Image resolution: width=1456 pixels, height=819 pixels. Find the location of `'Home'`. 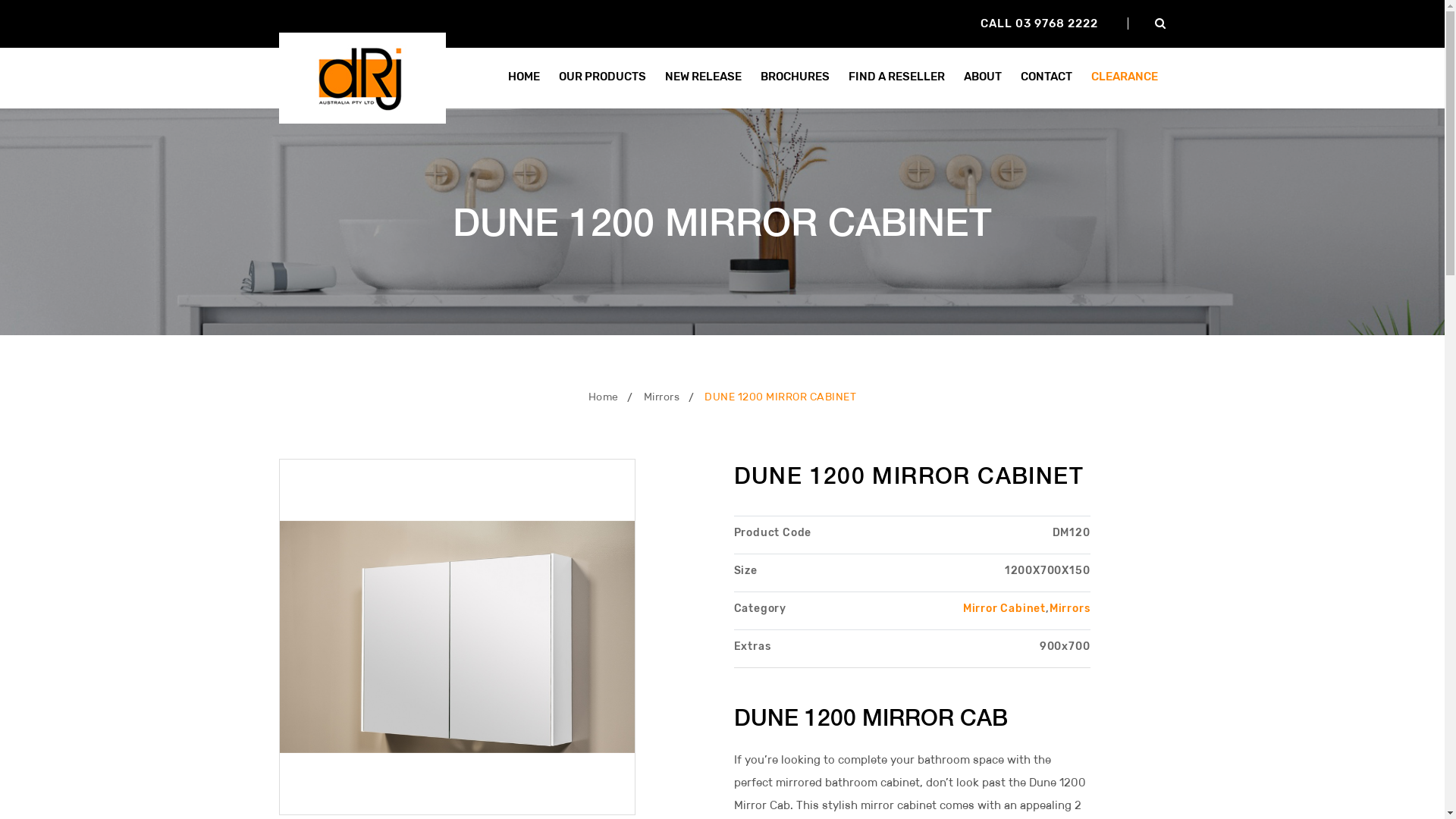

'Home' is located at coordinates (603, 396).